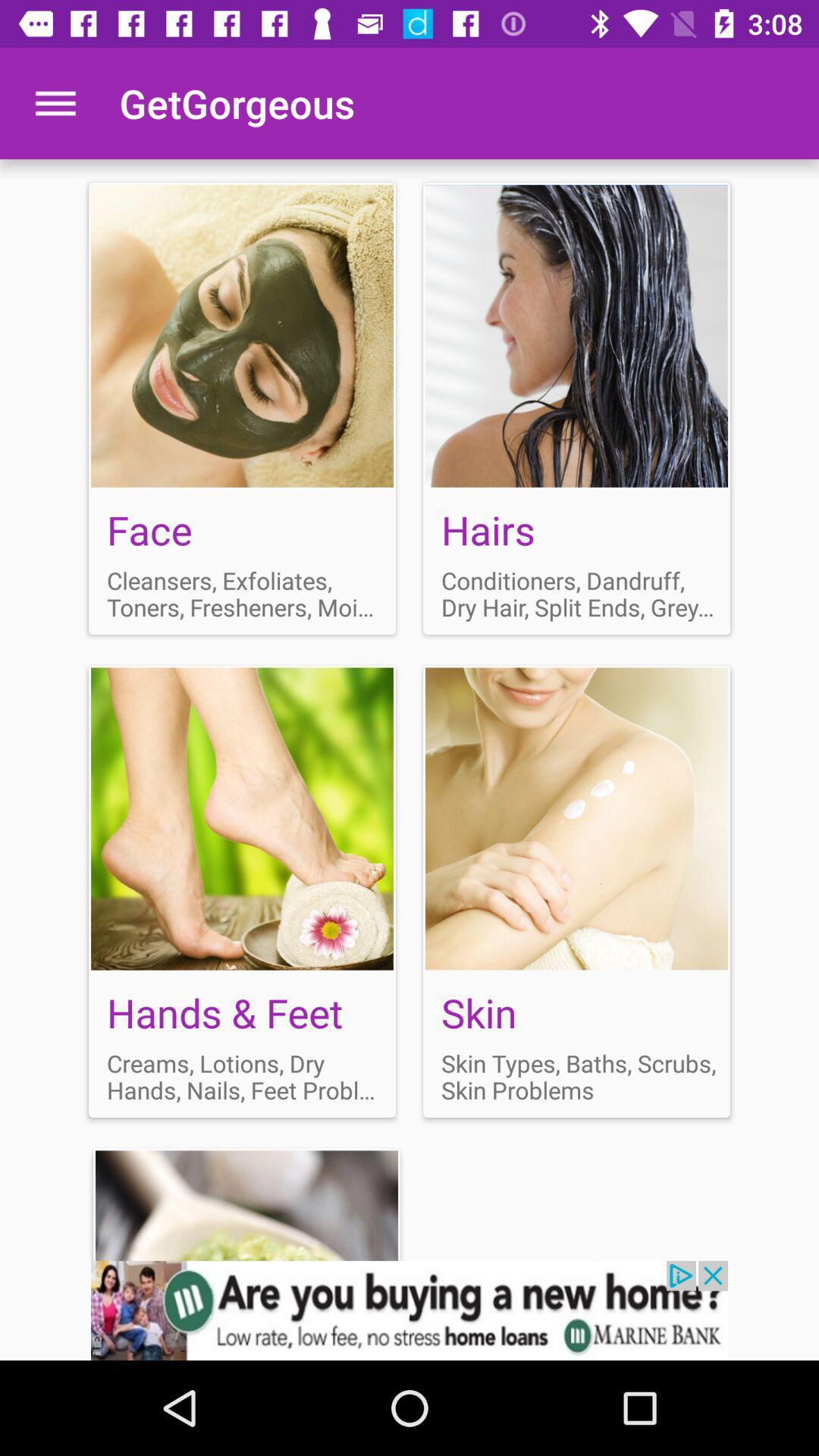 This screenshot has height=1456, width=819. What do you see at coordinates (241, 408) in the screenshot?
I see `face section` at bounding box center [241, 408].